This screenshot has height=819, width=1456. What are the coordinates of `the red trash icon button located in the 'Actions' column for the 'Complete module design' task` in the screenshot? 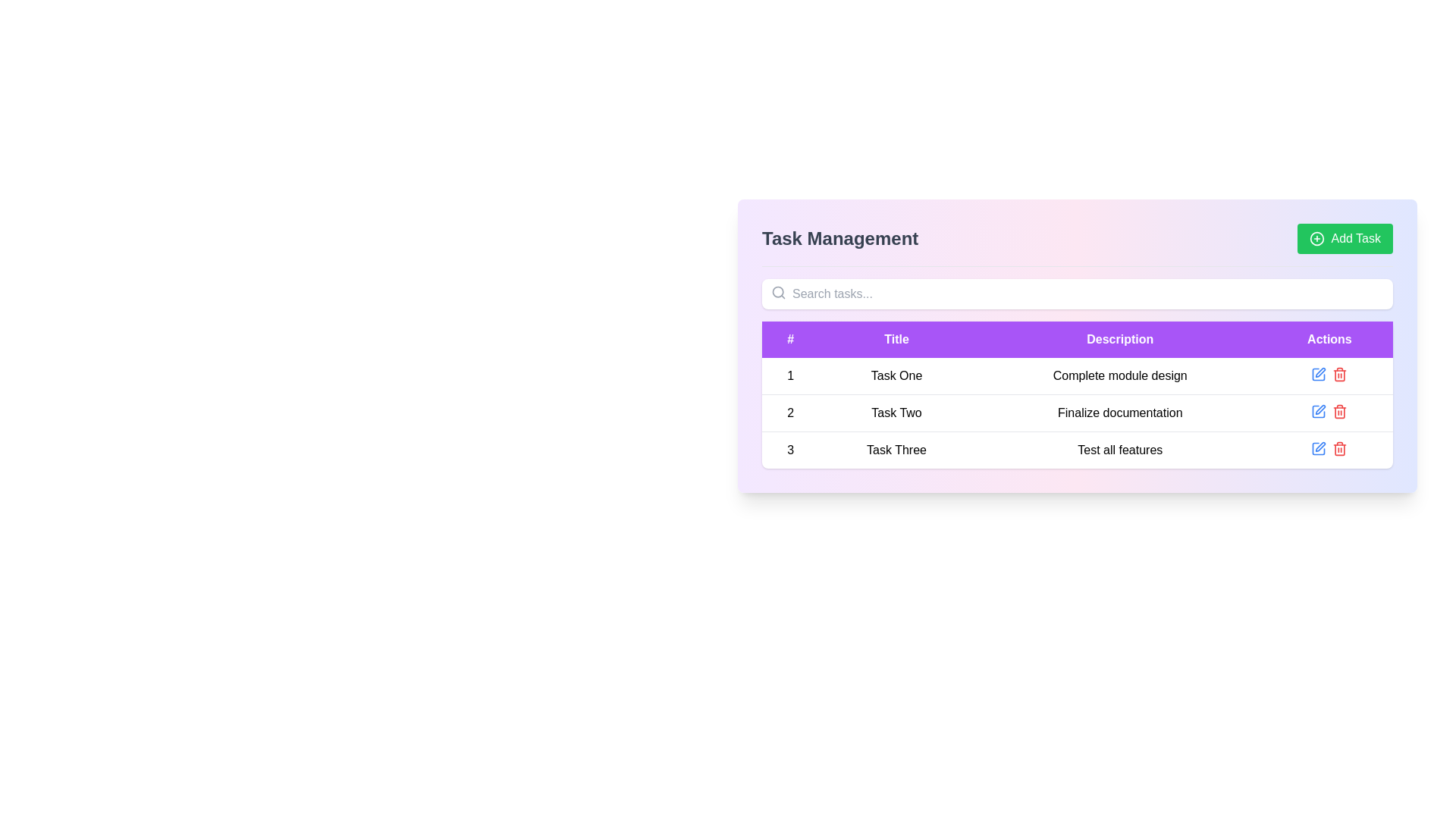 It's located at (1339, 374).